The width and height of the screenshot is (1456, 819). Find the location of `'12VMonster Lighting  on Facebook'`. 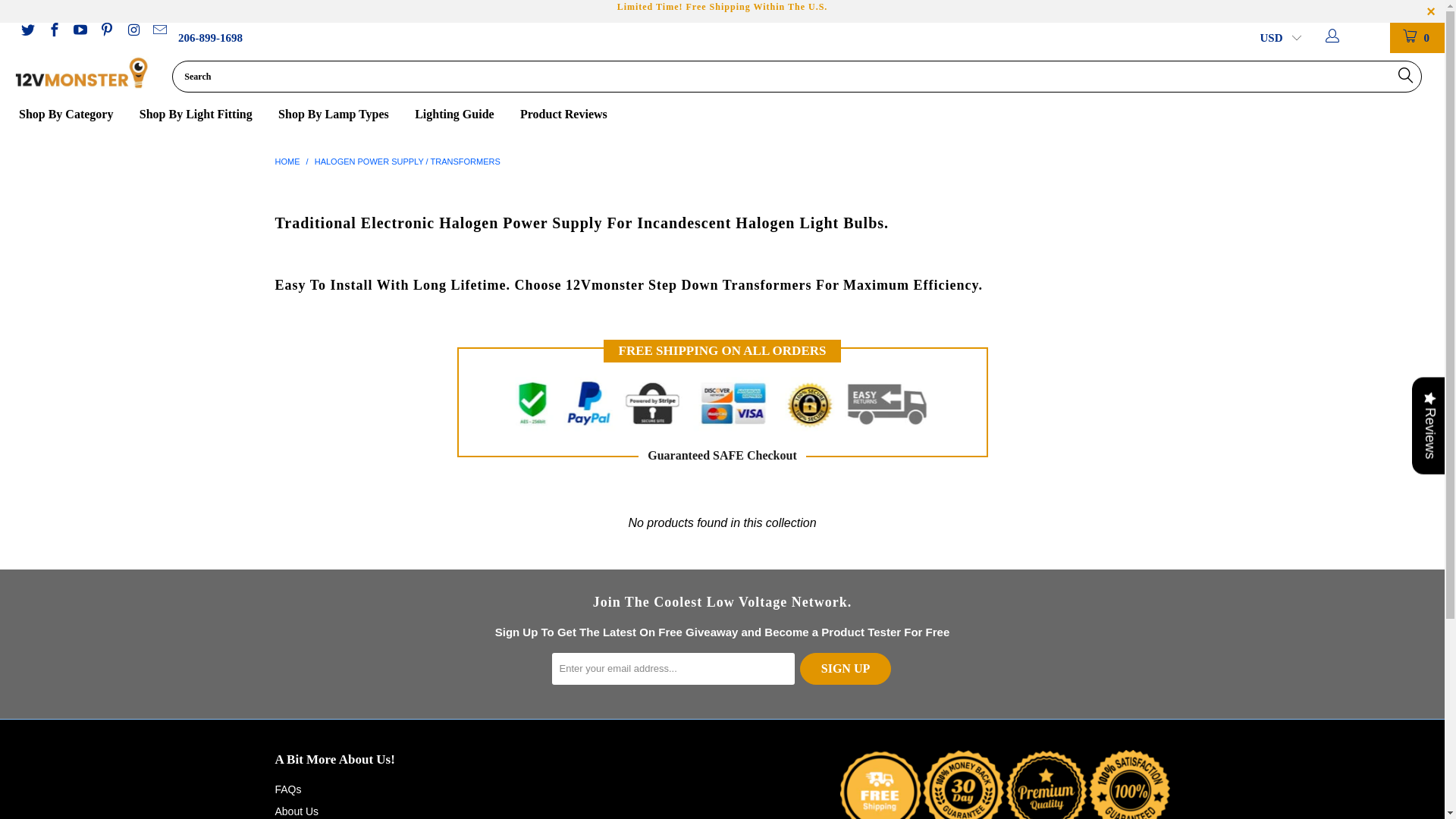

'12VMonster Lighting  on Facebook' is located at coordinates (53, 31).